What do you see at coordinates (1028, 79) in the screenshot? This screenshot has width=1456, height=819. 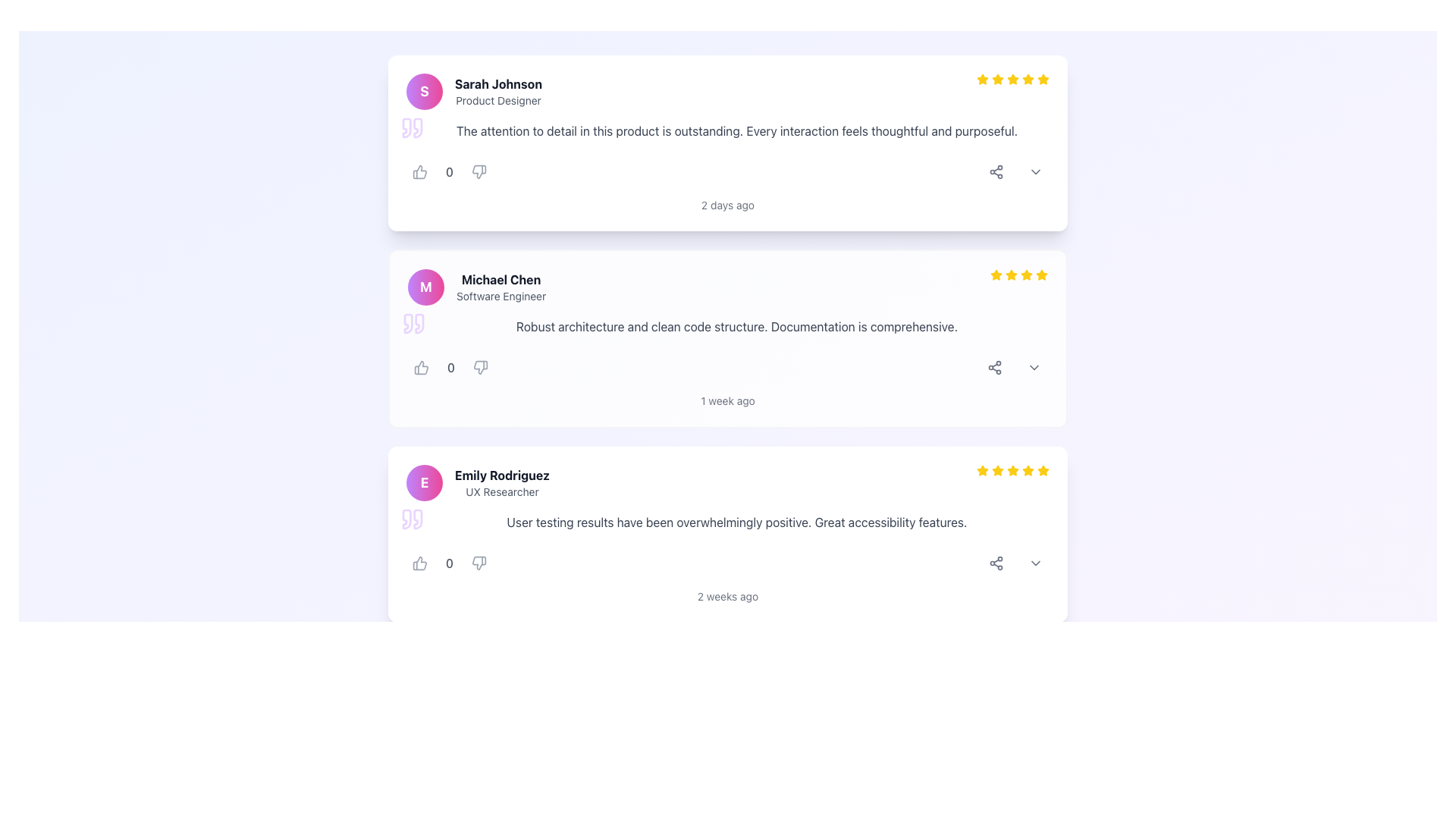 I see `the sixth yellow star icon in the top-right area of the review card by Sarah Johnson` at bounding box center [1028, 79].